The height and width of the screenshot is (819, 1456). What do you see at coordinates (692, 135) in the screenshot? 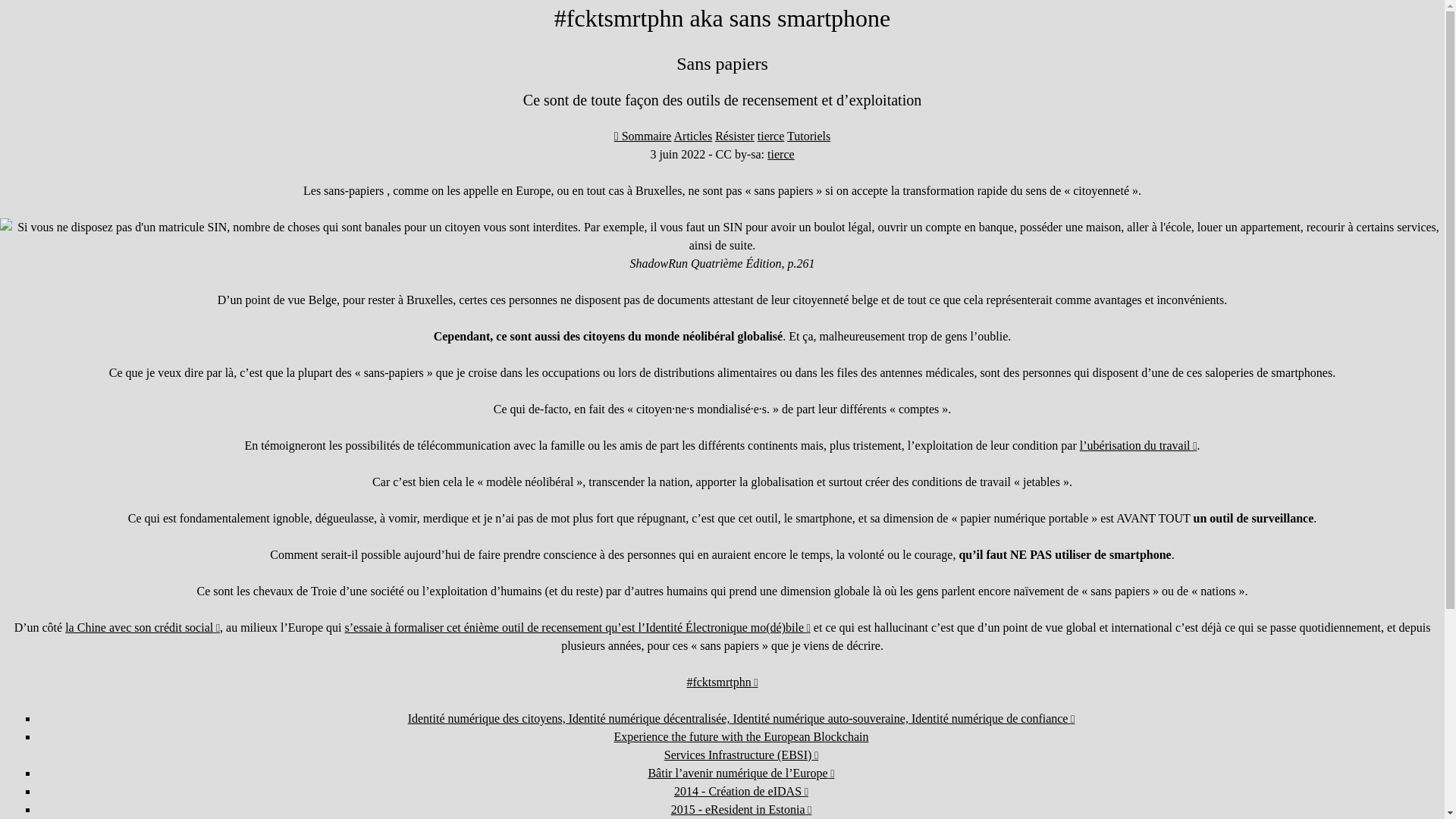
I see `'Articles'` at bounding box center [692, 135].